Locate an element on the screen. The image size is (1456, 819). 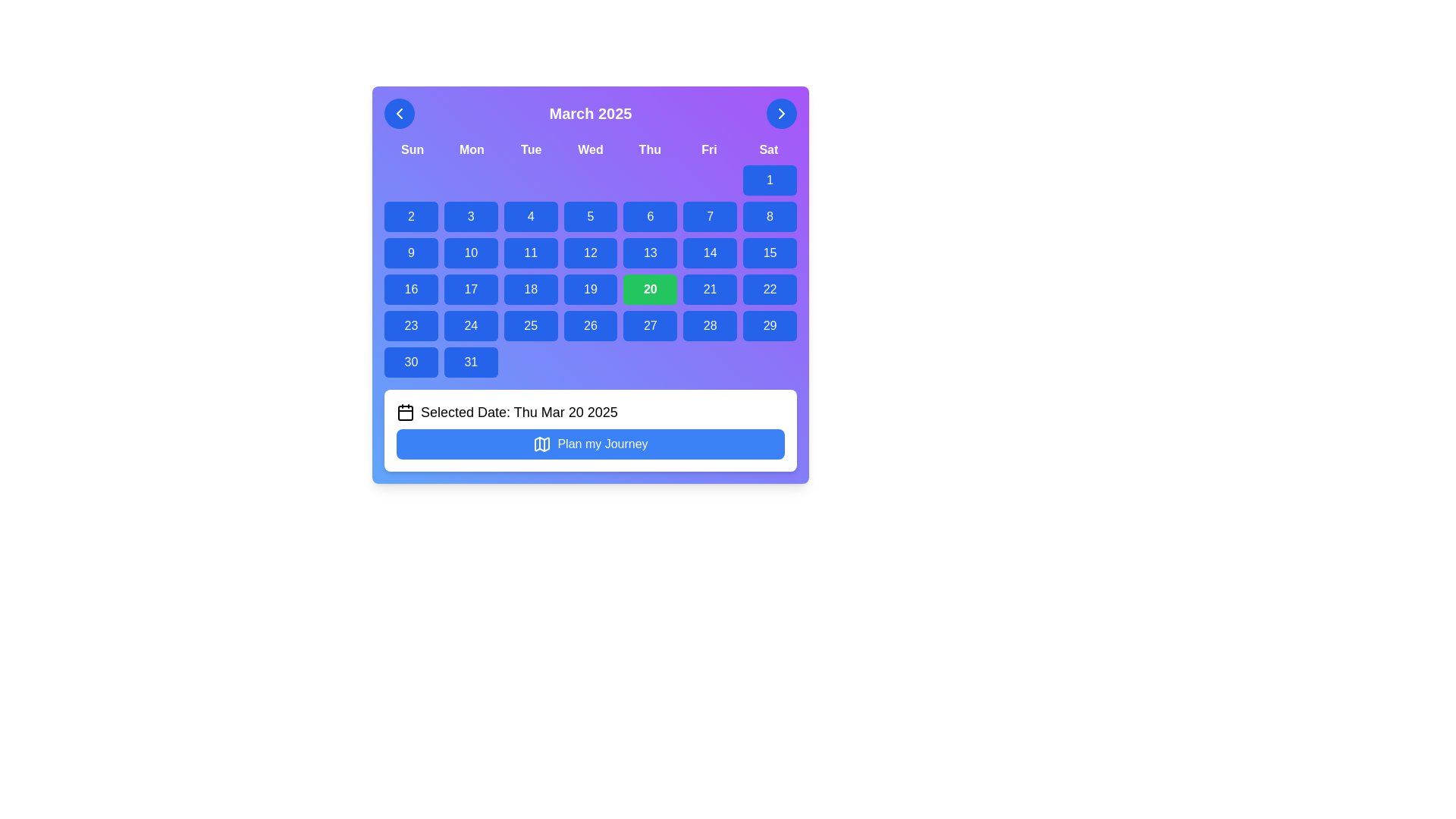
the header label displaying 'March 2025', which is styled in bold white font on a gradient background, located at the top center of the calendar interface is located at coordinates (589, 113).